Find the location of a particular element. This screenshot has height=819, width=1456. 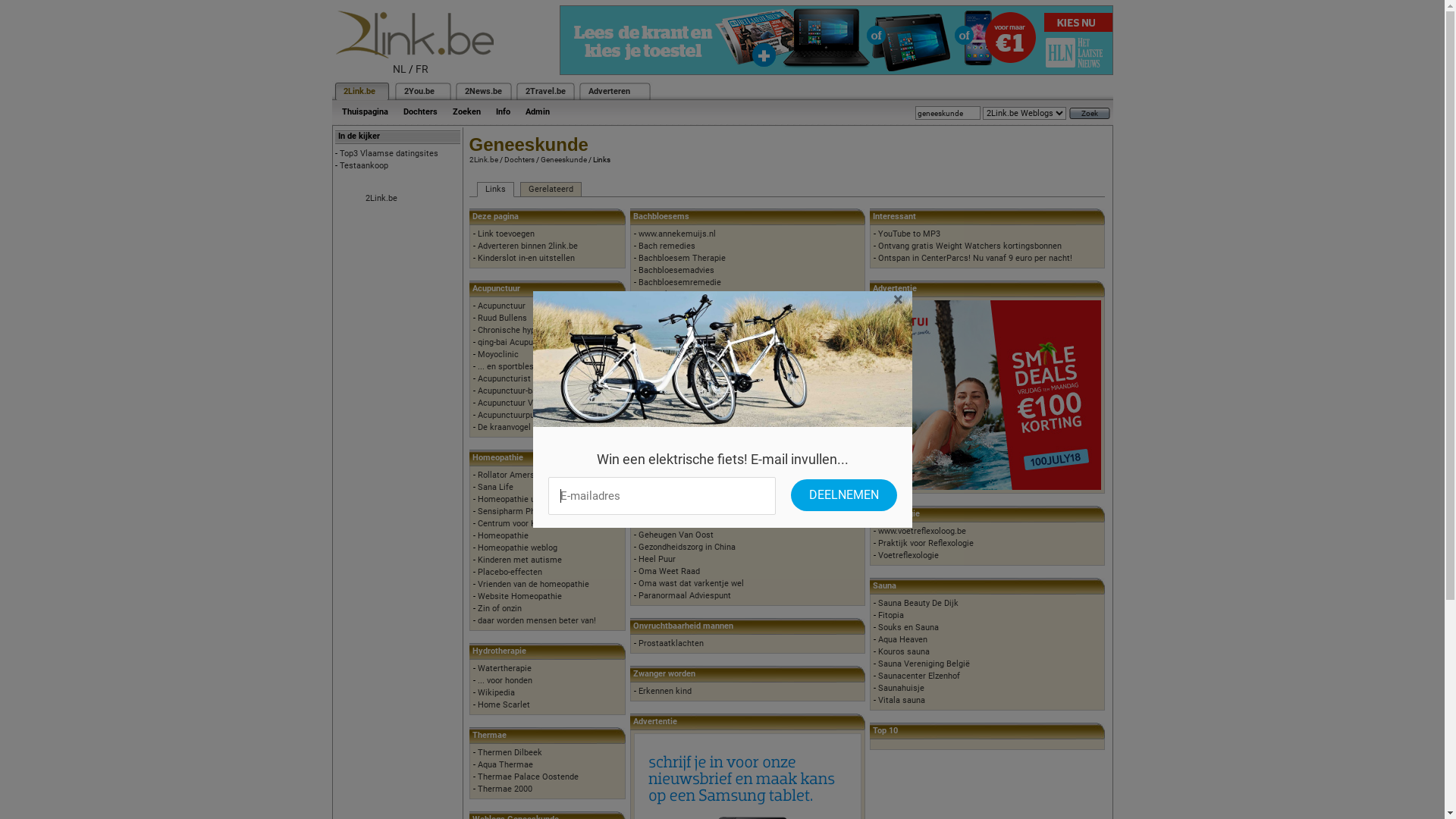

'Vrienden van de homeopathie' is located at coordinates (533, 583).